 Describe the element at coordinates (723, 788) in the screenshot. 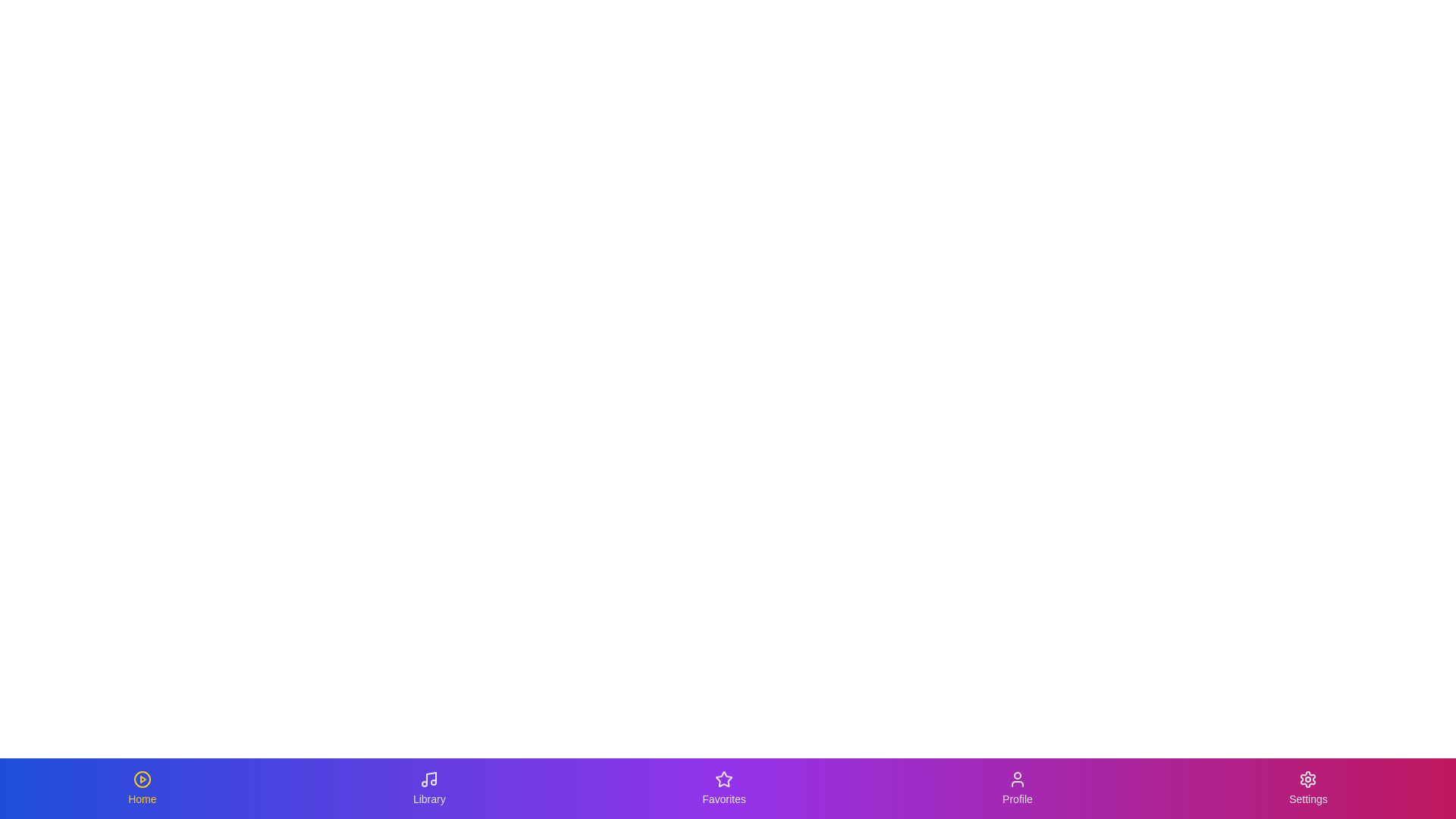

I see `the tab labeled Favorites to observe its animation` at that location.